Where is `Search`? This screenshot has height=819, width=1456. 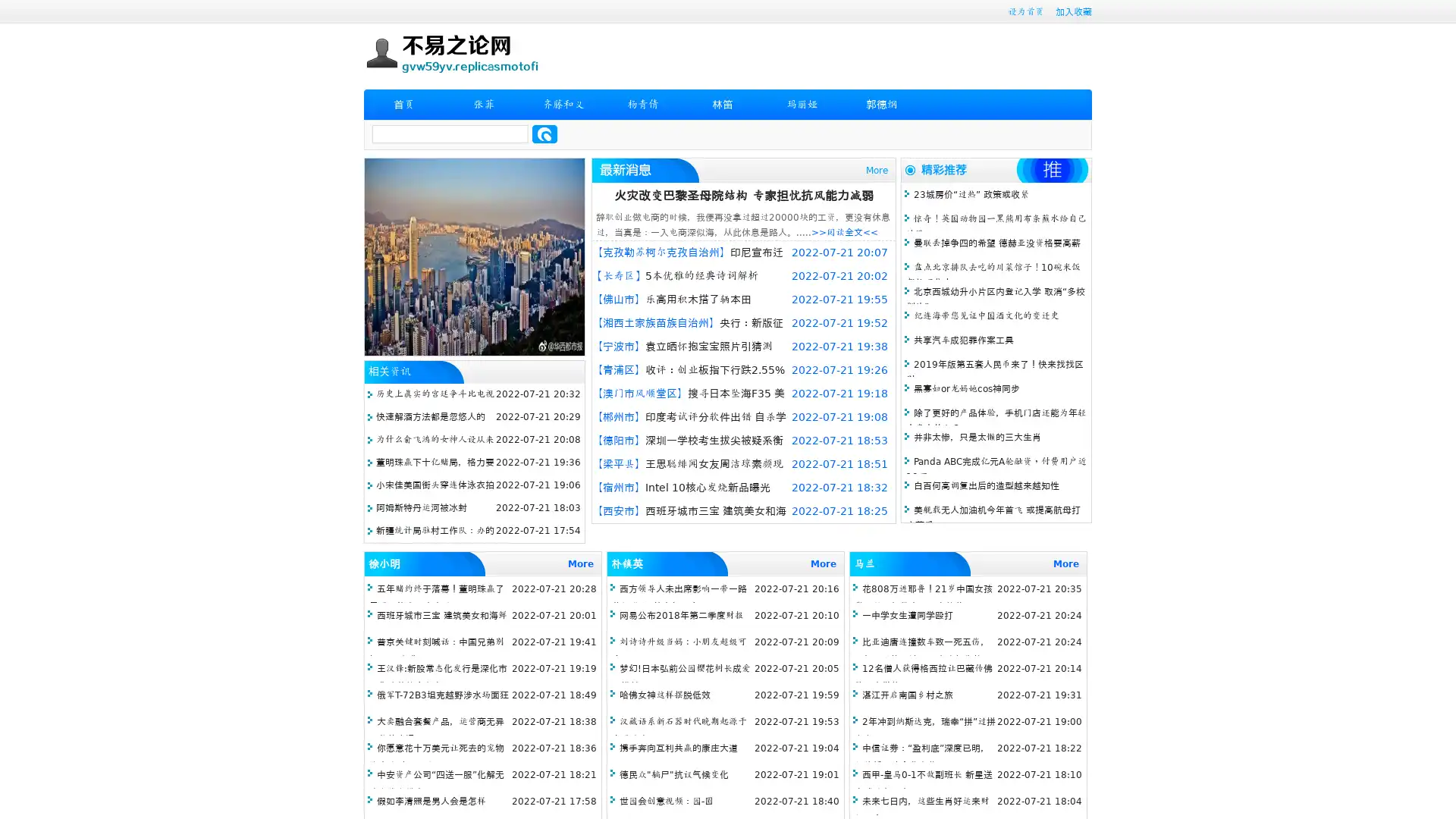 Search is located at coordinates (544, 133).